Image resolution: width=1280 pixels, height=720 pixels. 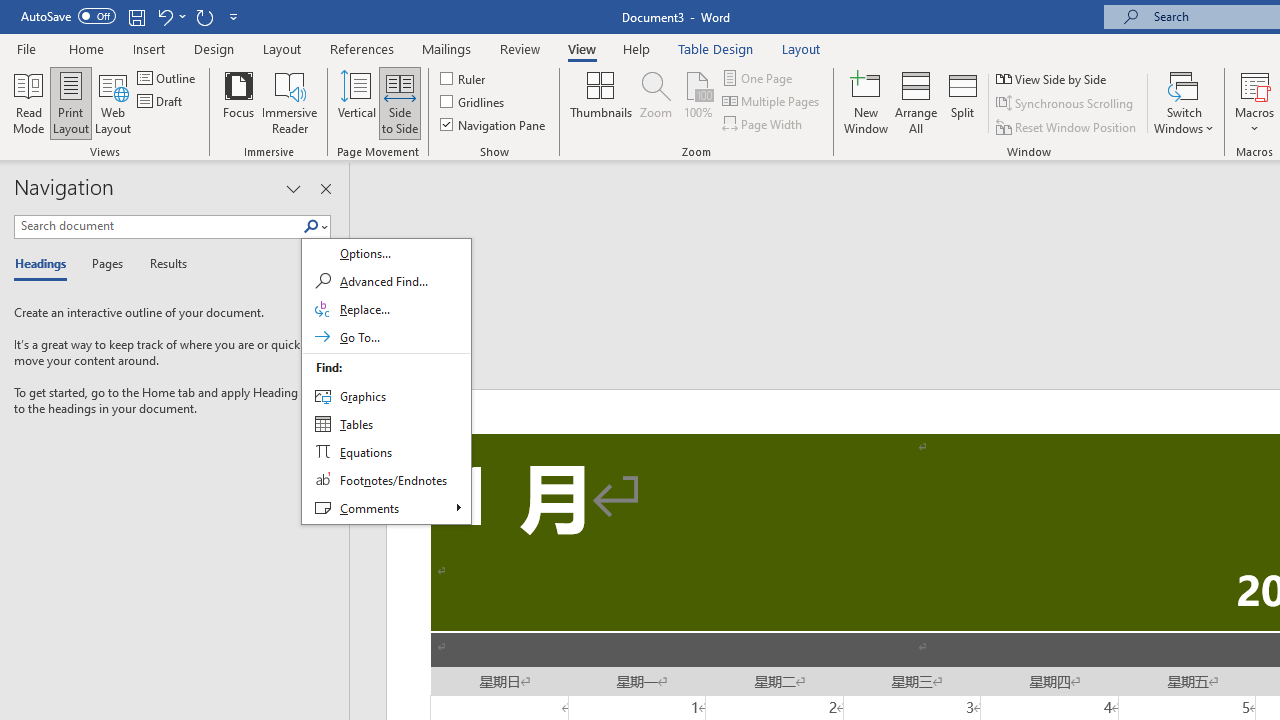 What do you see at coordinates (310, 226) in the screenshot?
I see `'Search'` at bounding box center [310, 226].